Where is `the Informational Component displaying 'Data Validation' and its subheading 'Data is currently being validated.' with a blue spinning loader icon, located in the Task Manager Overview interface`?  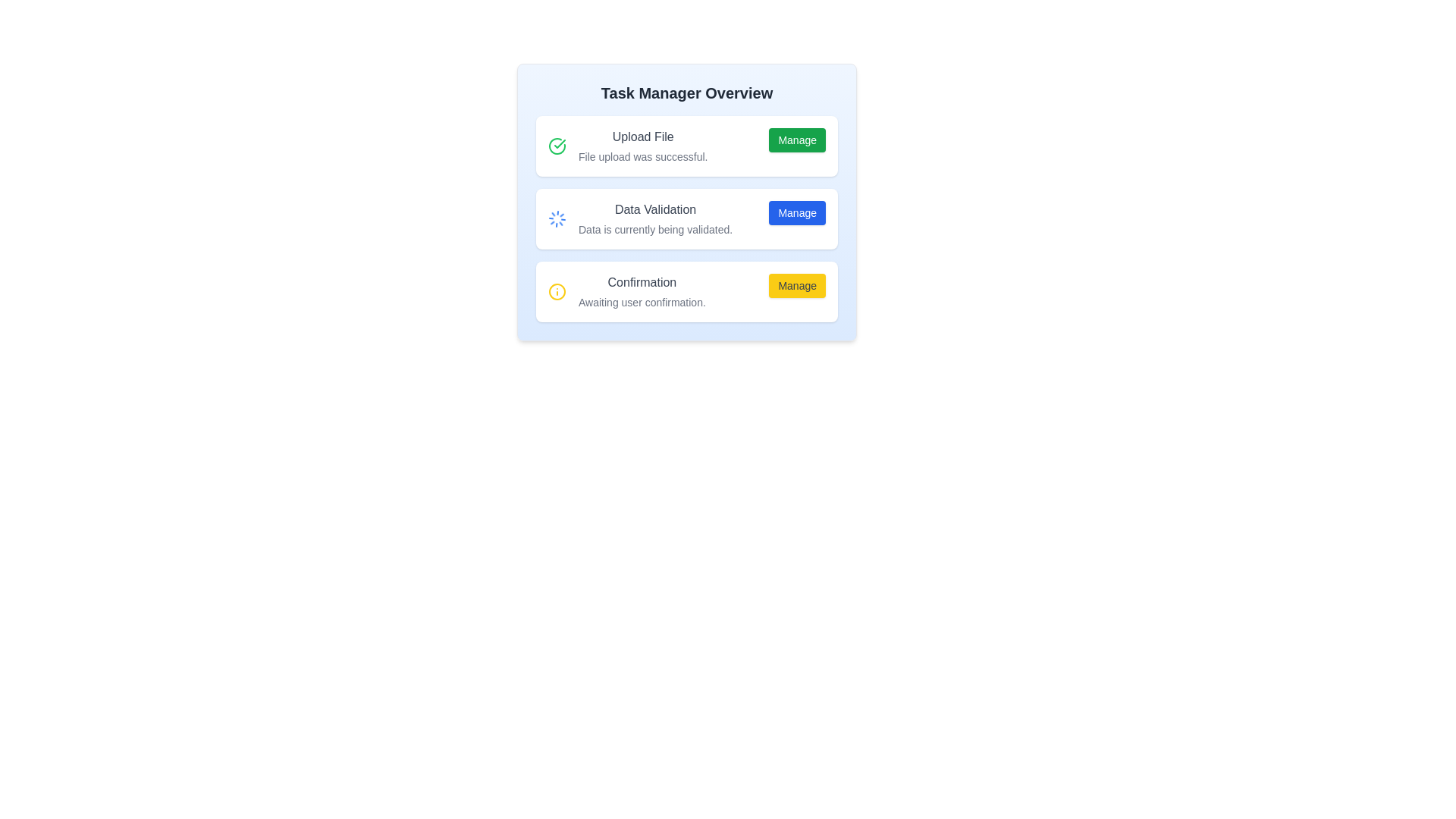 the Informational Component displaying 'Data Validation' and its subheading 'Data is currently being validated.' with a blue spinning loader icon, located in the Task Manager Overview interface is located at coordinates (640, 219).